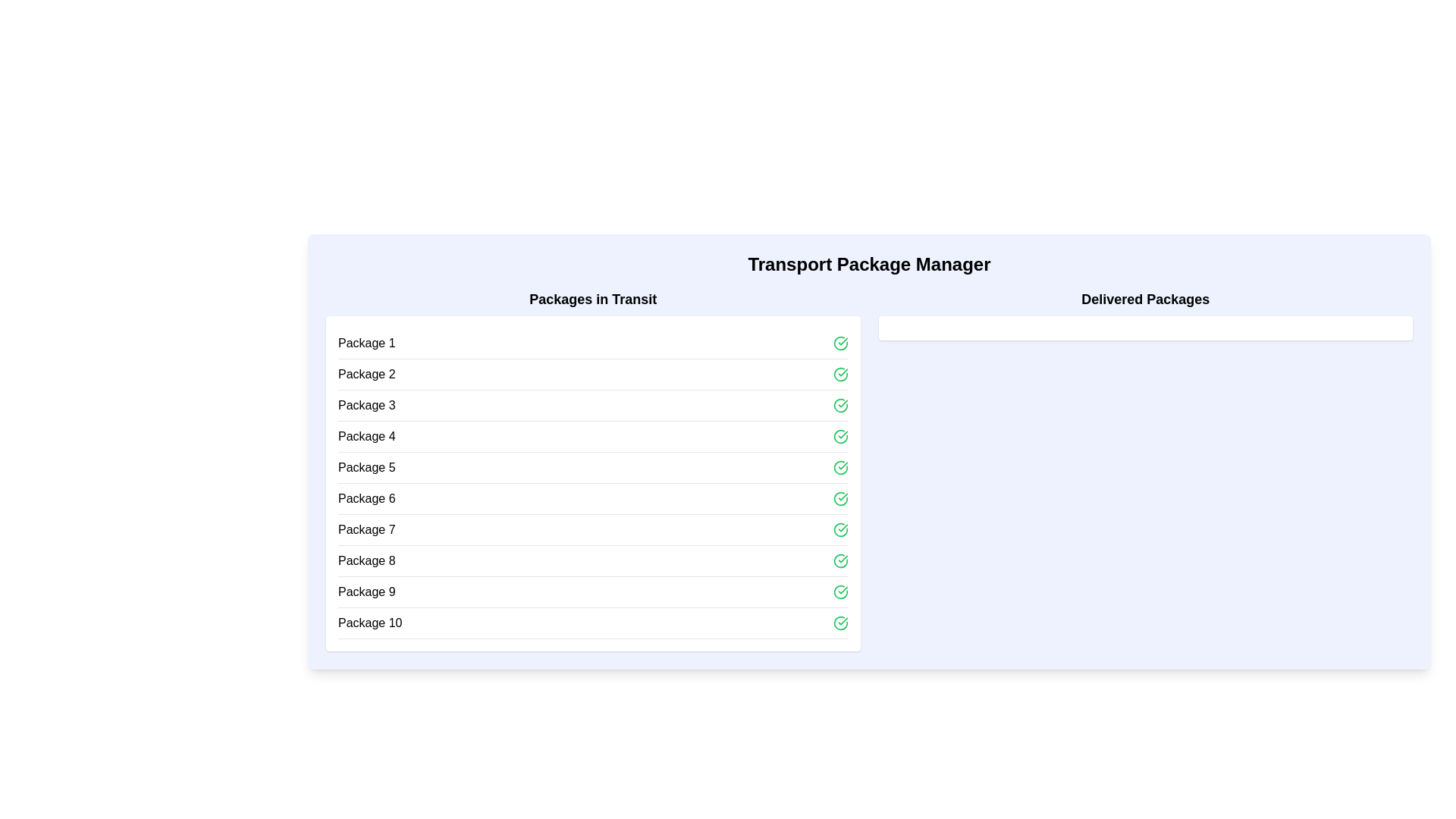 This screenshot has width=1456, height=819. Describe the element at coordinates (366, 467) in the screenshot. I see `the text label identifying the fifth package in the list of packages in transit, positioned between 'Package 4' and 'Package 6'` at that location.